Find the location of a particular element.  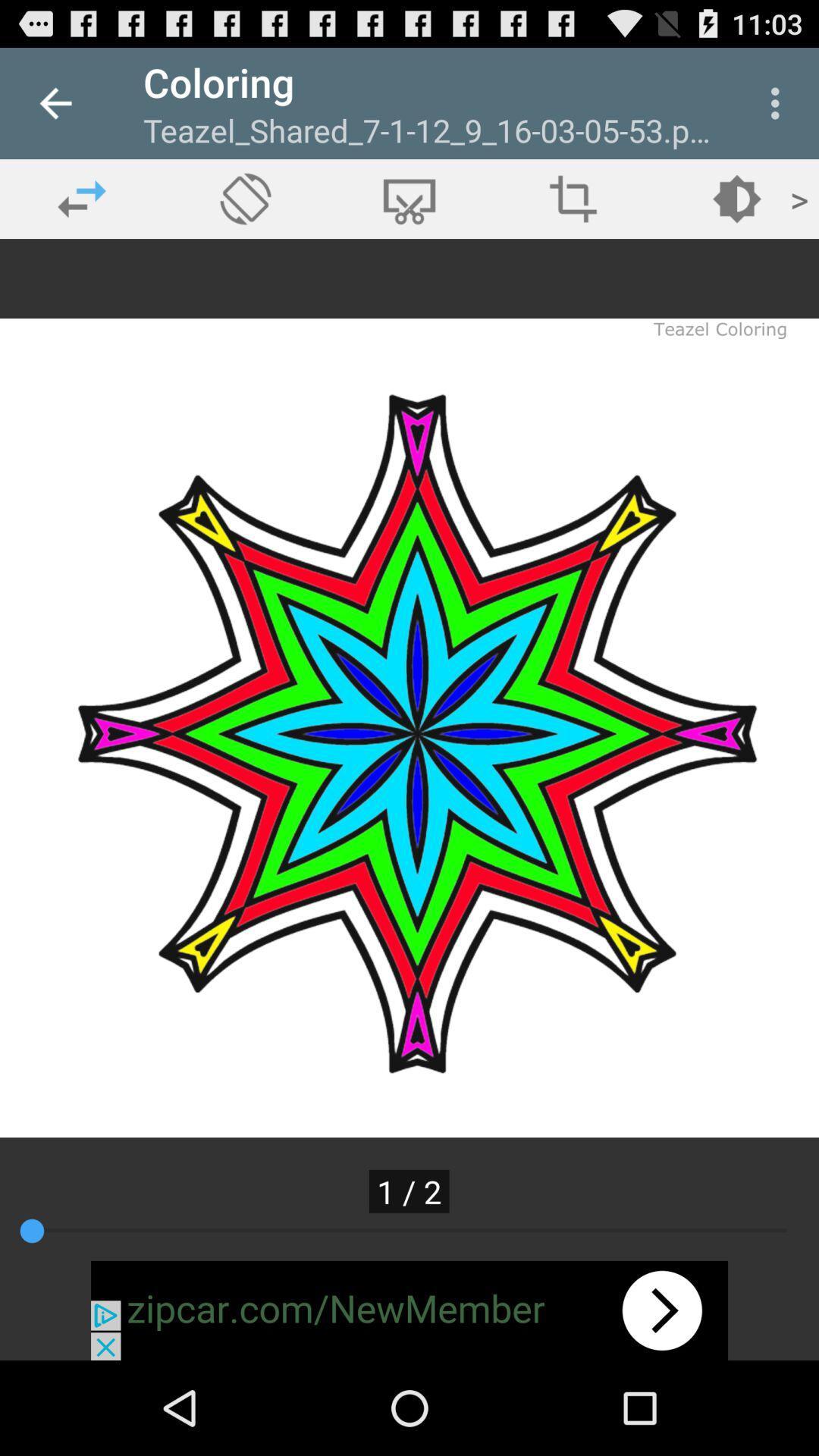

crop tool is located at coordinates (573, 198).